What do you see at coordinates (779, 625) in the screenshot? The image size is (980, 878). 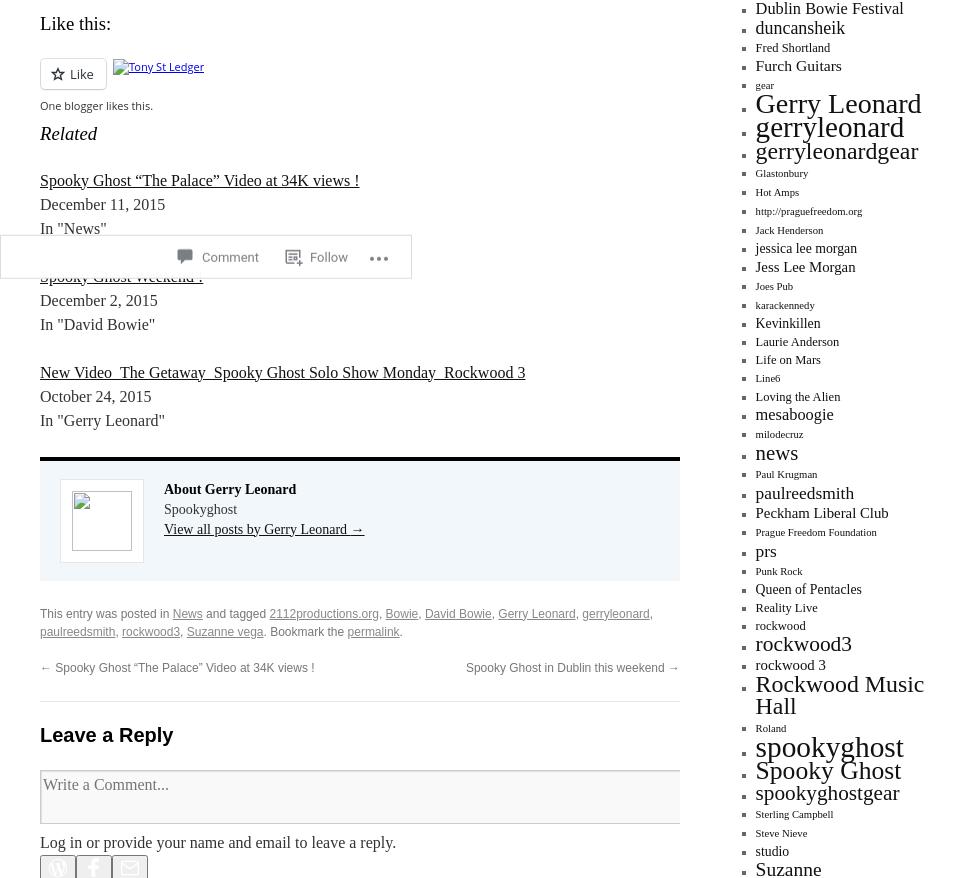 I see `'rockwood'` at bounding box center [779, 625].